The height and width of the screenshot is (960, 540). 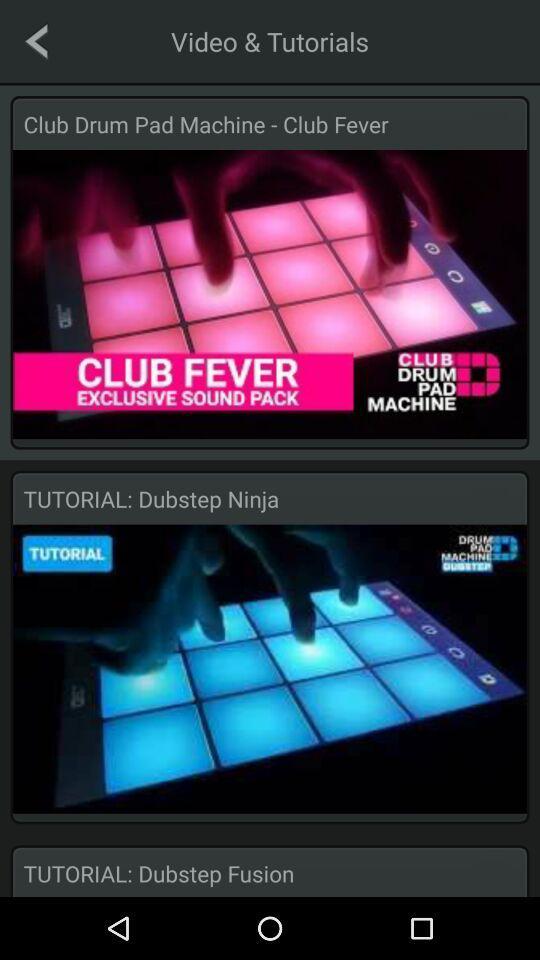 What do you see at coordinates (36, 40) in the screenshot?
I see `the item at the top left corner` at bounding box center [36, 40].